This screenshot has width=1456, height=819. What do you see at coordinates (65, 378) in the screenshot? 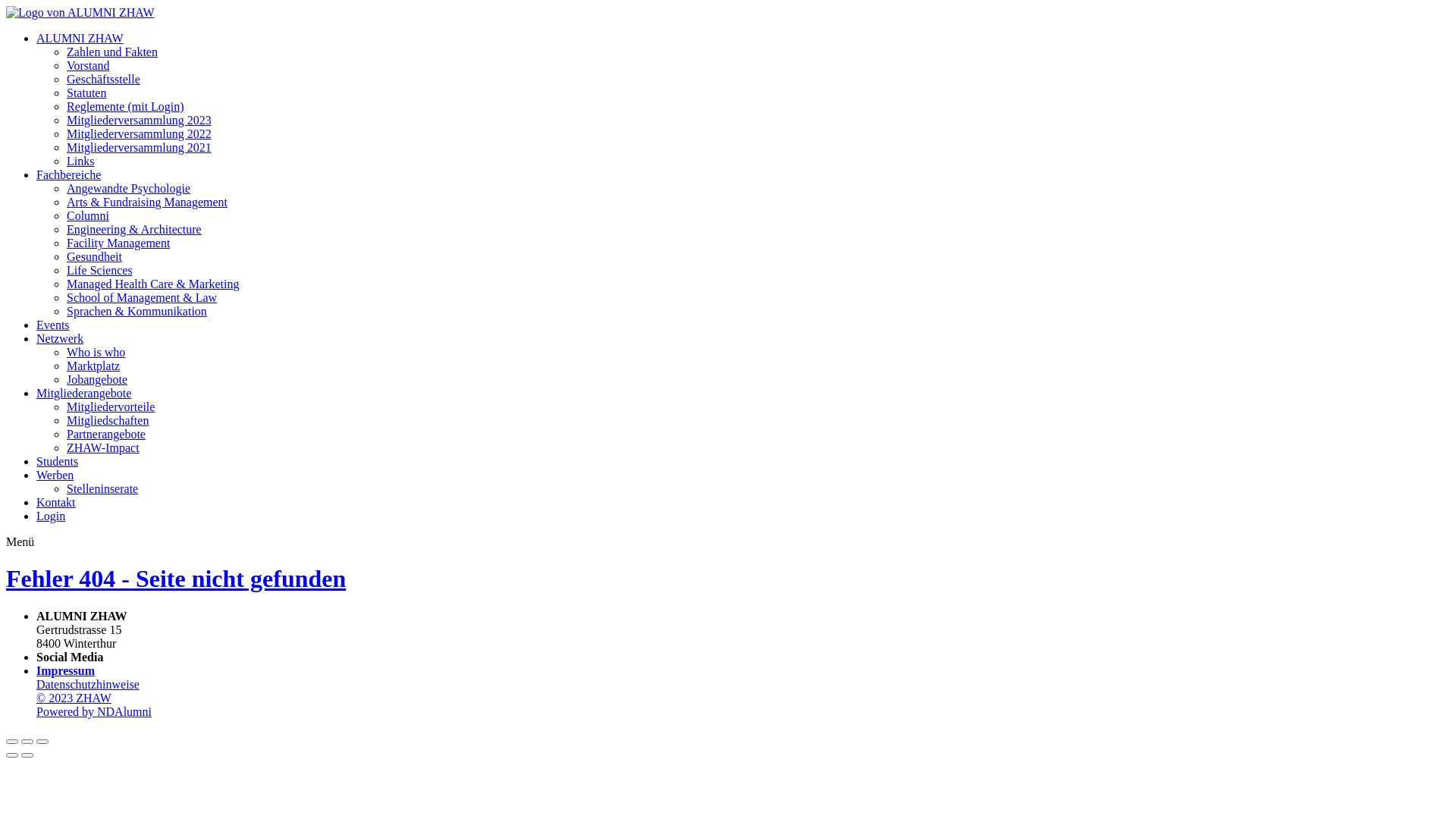
I see `'Jobangebote'` at bounding box center [65, 378].